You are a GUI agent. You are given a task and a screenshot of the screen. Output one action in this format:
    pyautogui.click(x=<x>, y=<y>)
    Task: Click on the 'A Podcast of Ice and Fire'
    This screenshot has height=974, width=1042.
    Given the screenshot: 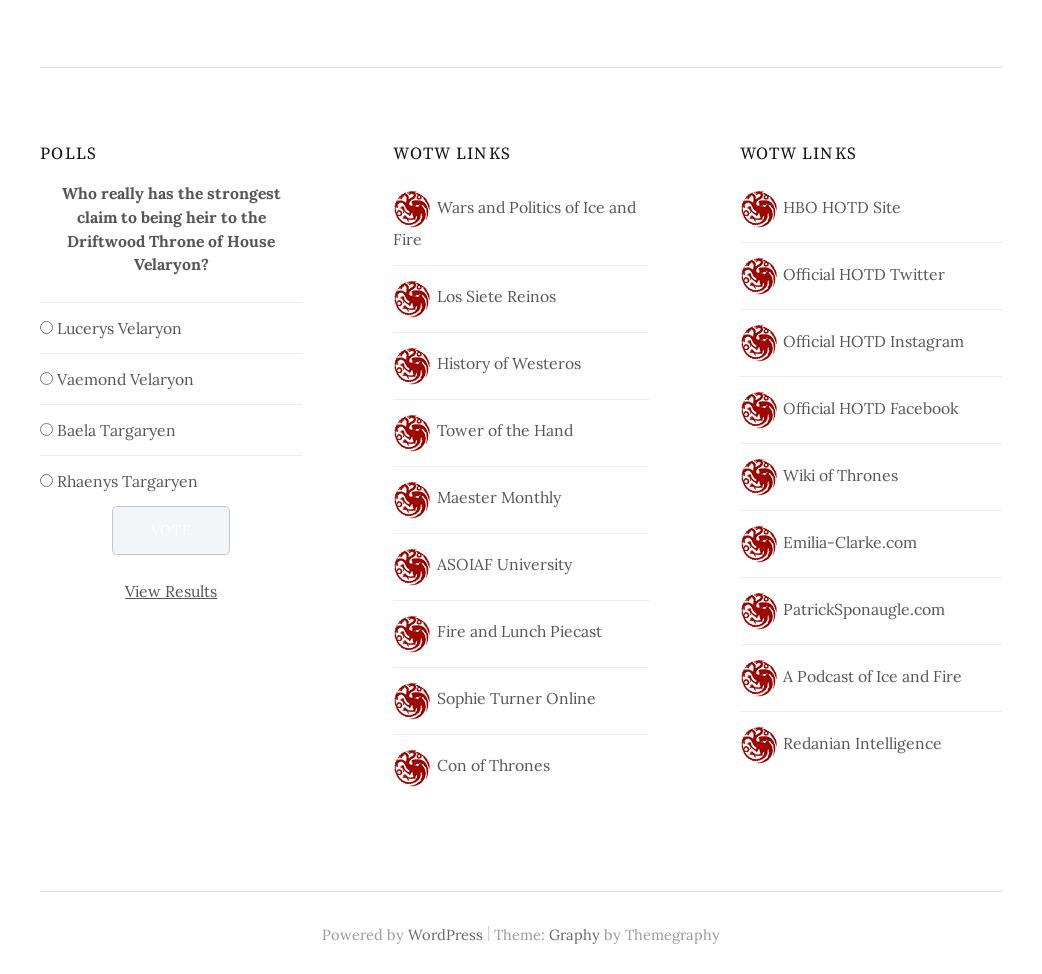 What is the action you would take?
    pyautogui.click(x=870, y=675)
    